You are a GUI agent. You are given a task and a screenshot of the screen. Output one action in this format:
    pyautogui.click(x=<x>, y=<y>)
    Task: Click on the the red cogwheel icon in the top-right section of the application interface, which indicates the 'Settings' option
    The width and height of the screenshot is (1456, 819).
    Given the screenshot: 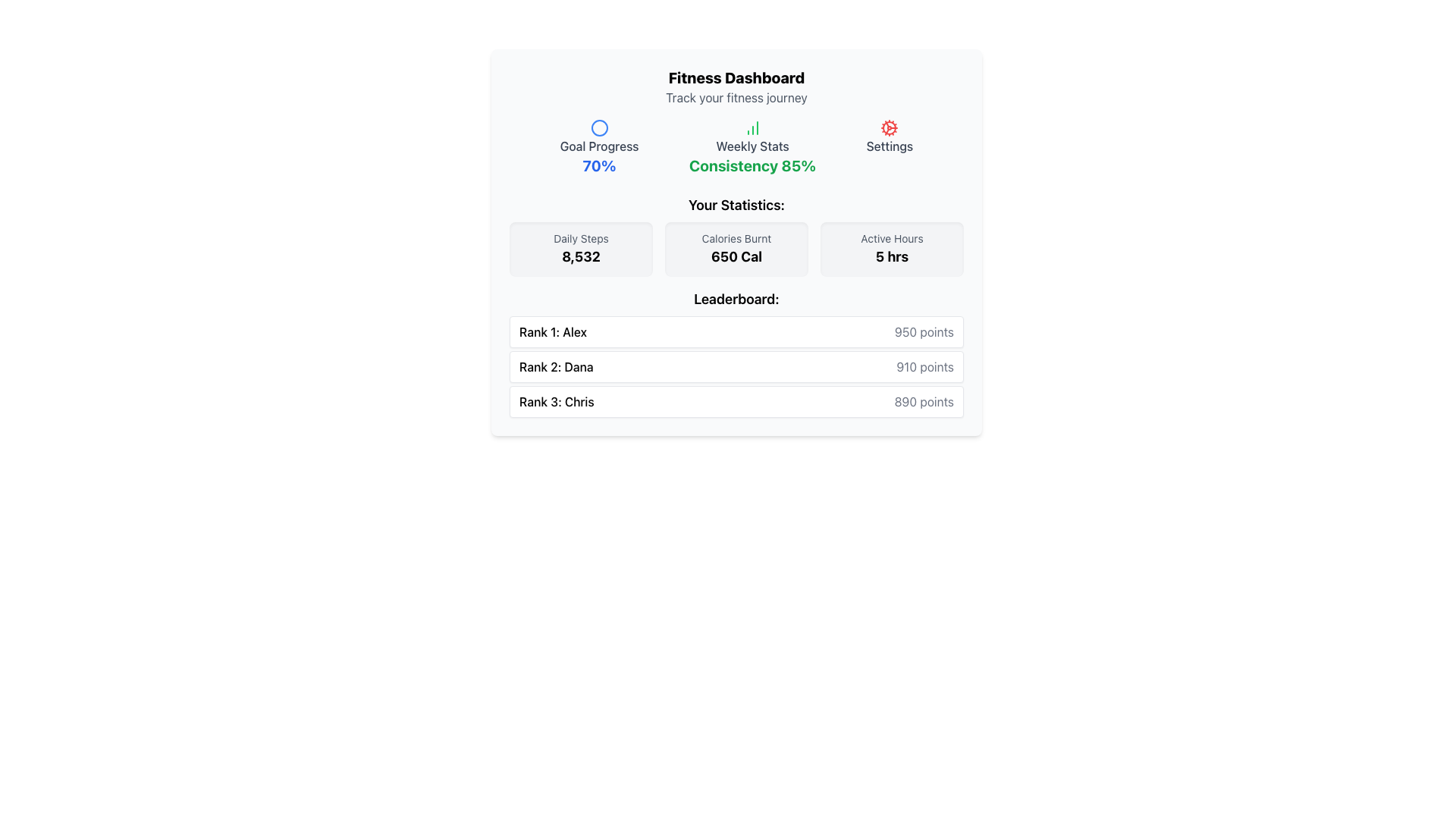 What is the action you would take?
    pyautogui.click(x=890, y=127)
    